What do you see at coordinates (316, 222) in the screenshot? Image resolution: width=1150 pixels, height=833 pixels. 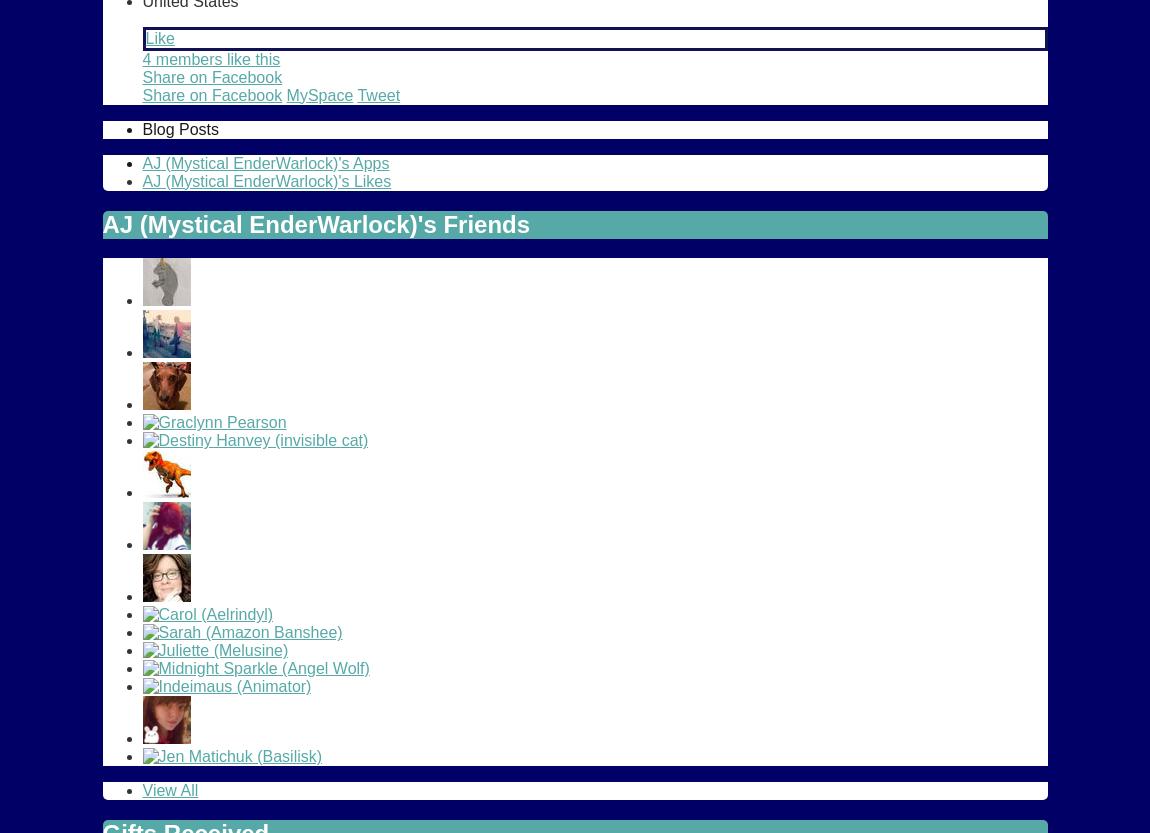 I see `'AJ (Mystical EnderWarlock)'s Friends'` at bounding box center [316, 222].